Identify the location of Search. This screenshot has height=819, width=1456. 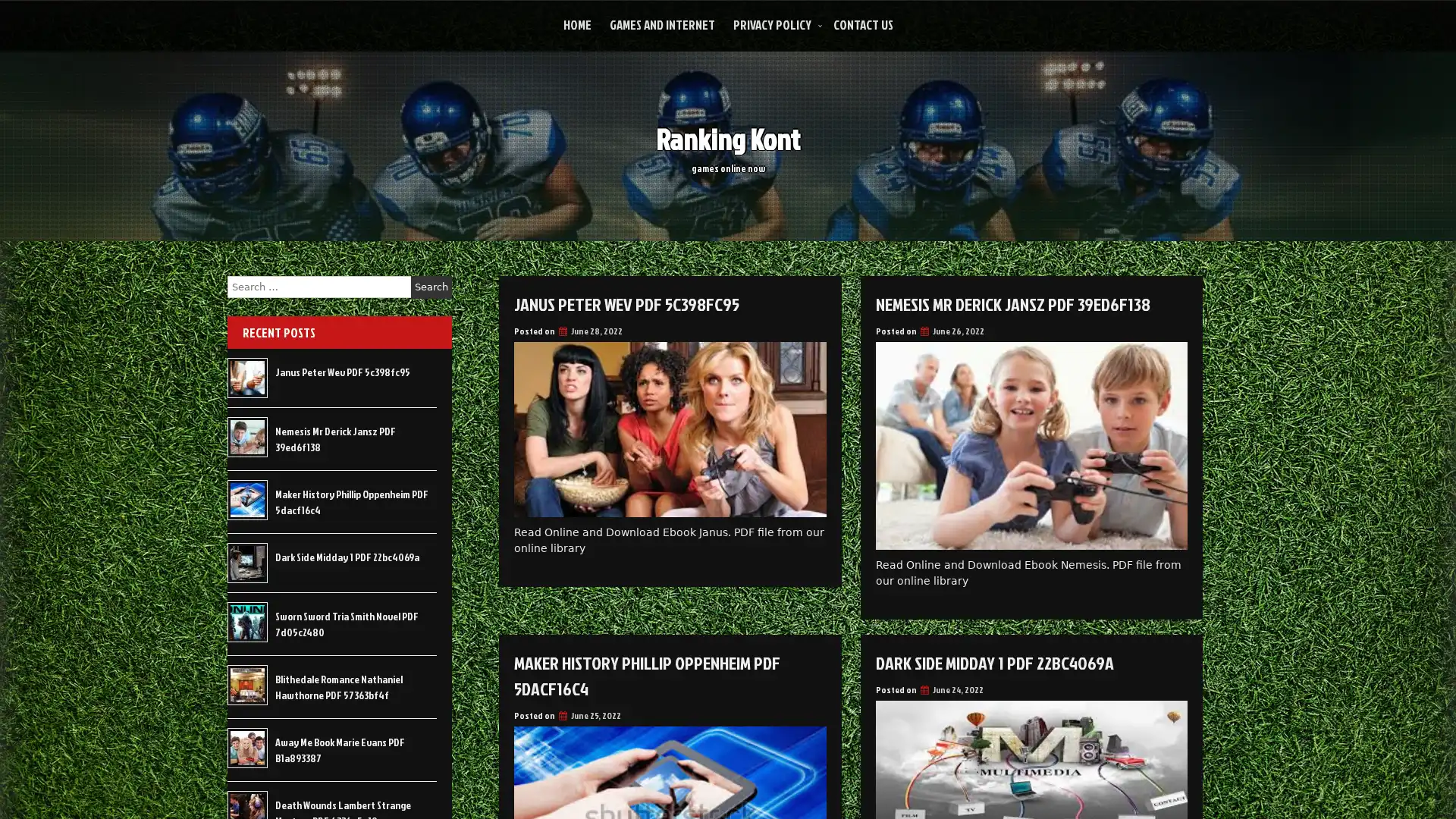
(431, 287).